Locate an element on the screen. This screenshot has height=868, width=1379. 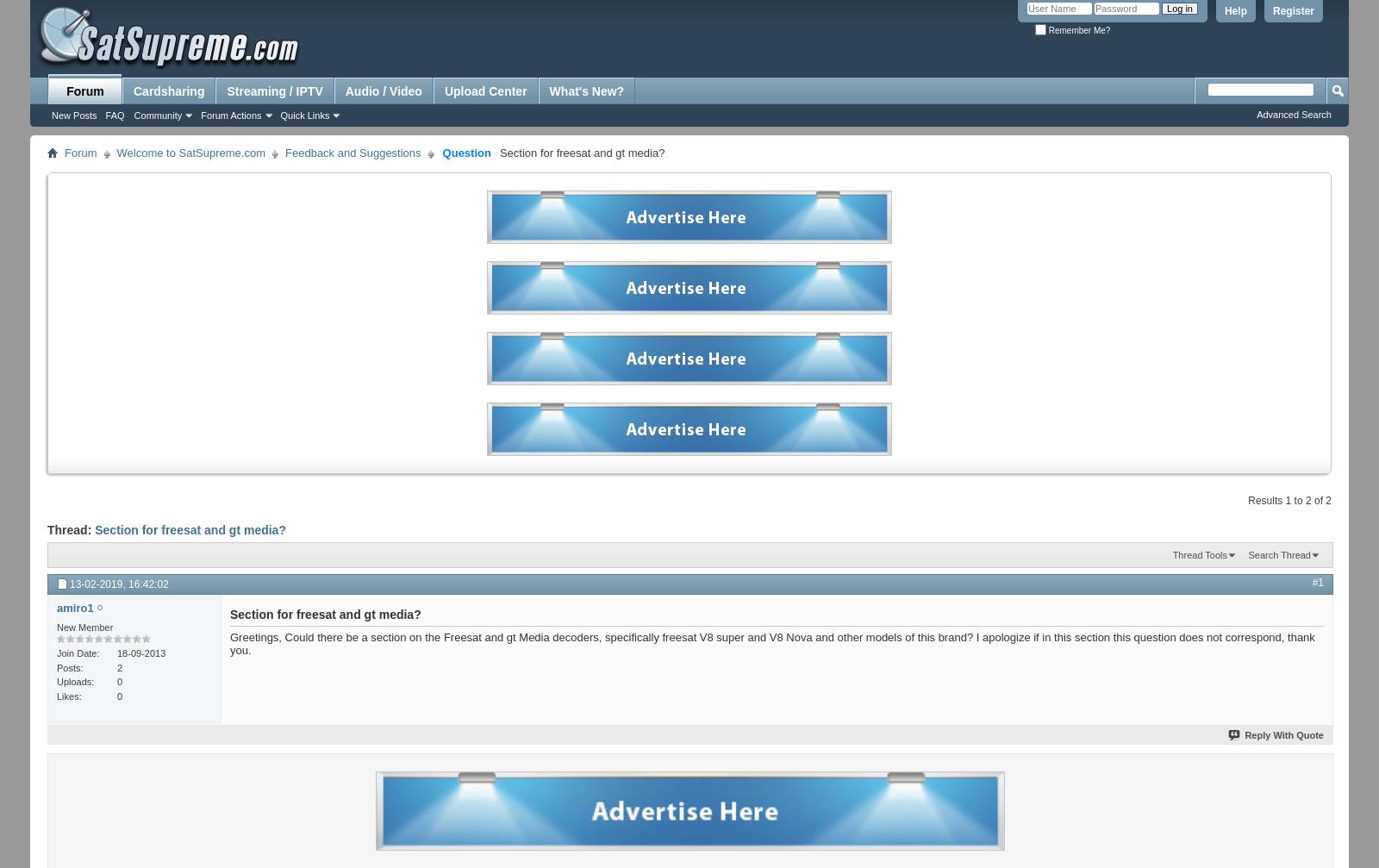
'New Member' is located at coordinates (84, 625).